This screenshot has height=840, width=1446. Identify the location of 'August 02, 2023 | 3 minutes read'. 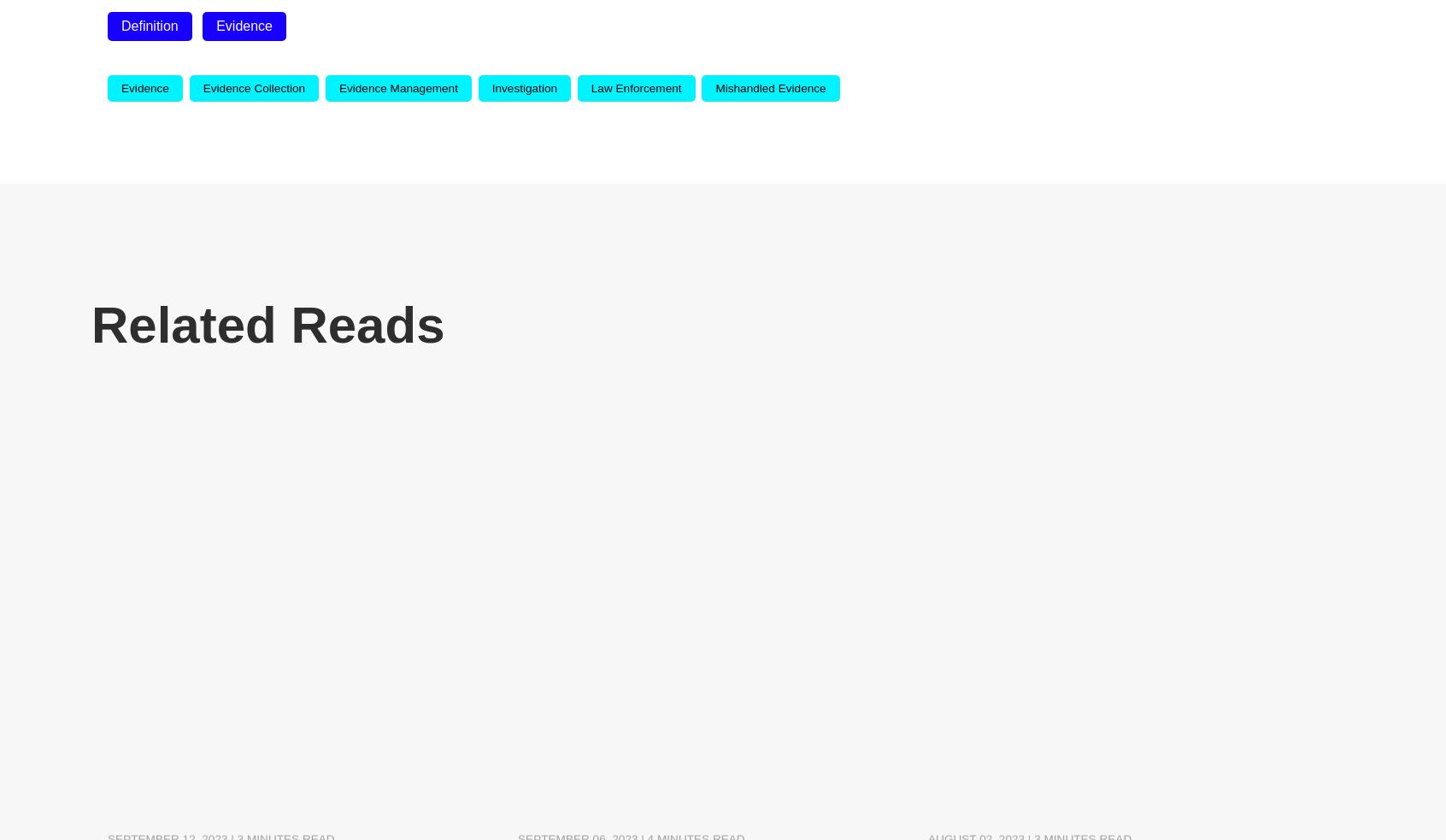
(1030, 677).